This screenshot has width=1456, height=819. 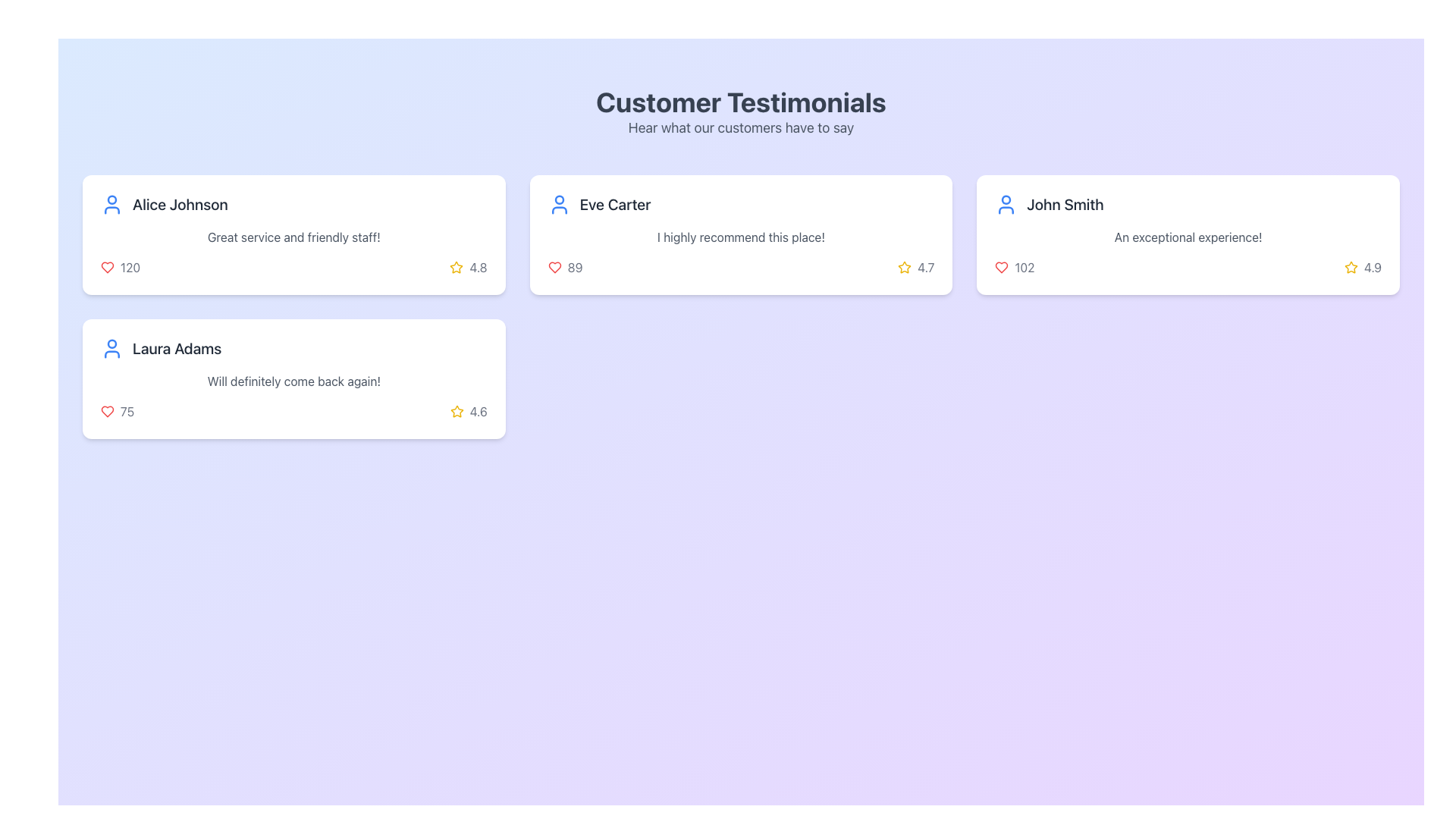 What do you see at coordinates (1373, 267) in the screenshot?
I see `numerical rating value '4.9' displayed in a sans-serif font next to a yellow star icon on the testimonial card for user 'John Smith'` at bounding box center [1373, 267].